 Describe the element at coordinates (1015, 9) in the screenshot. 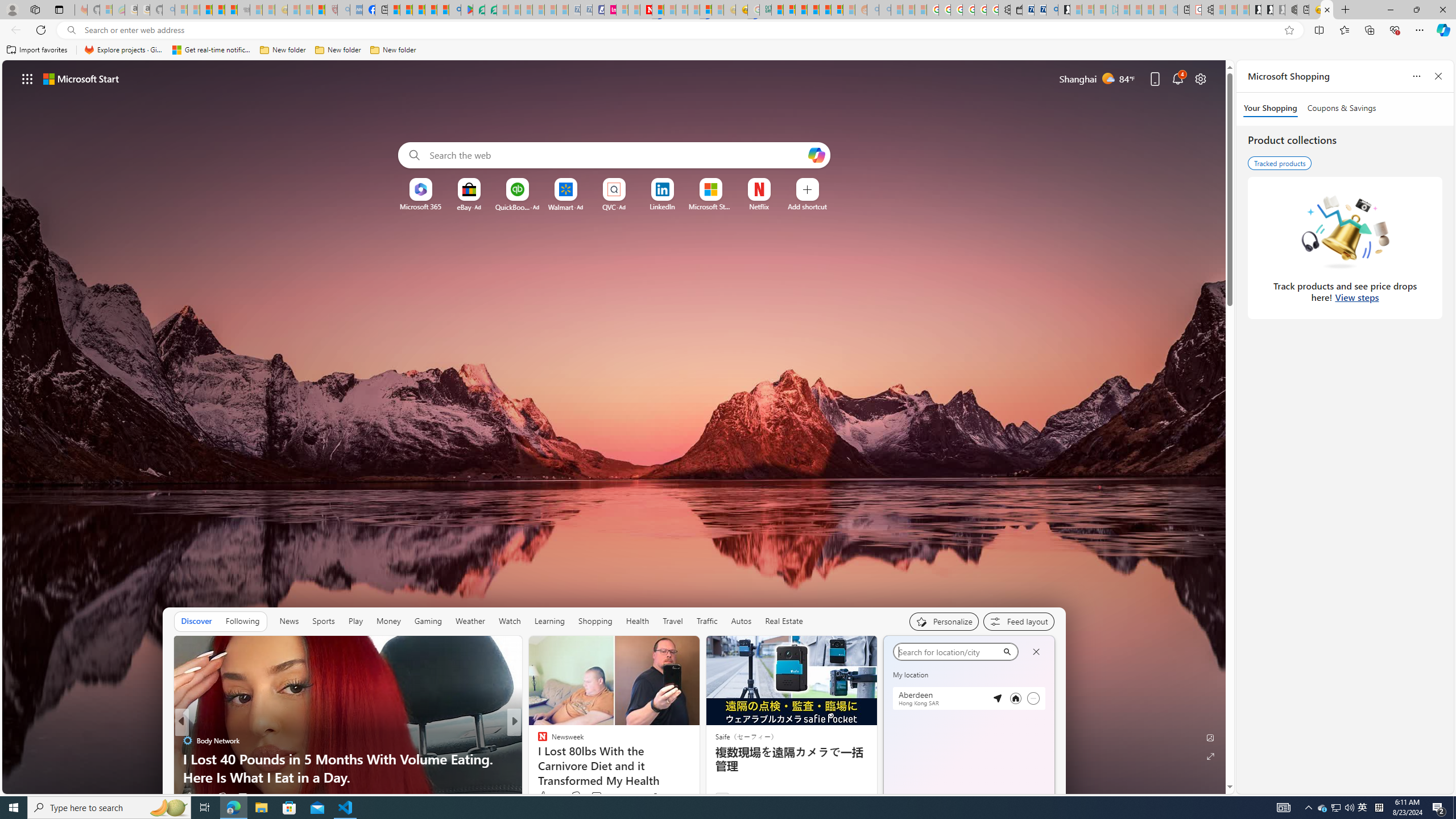

I see `'Wallet'` at that location.